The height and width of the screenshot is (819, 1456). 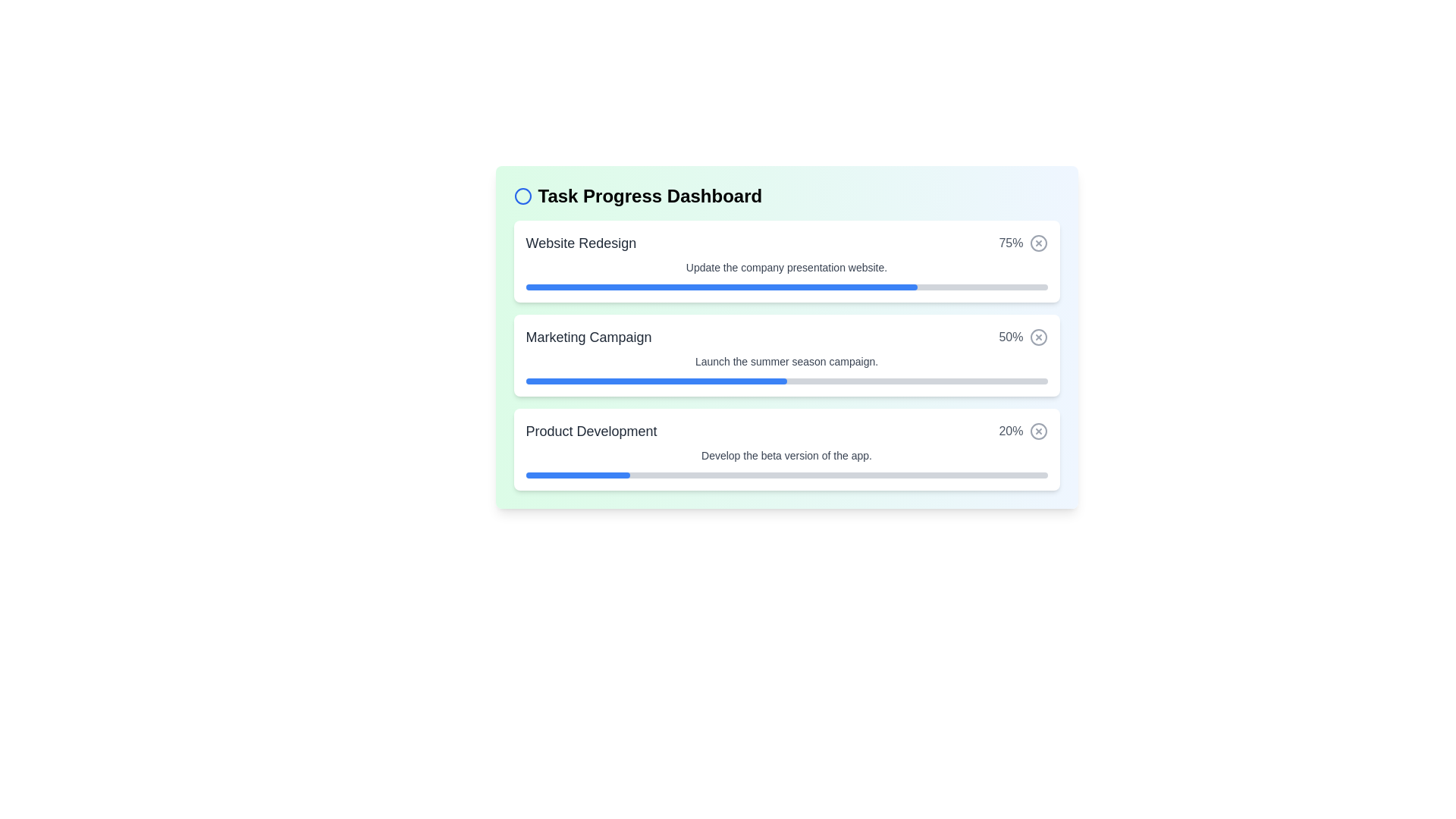 I want to click on percentage value displayed in the medium-dark gray text label showing '20%' located in the third task block of the dashboard, next to the close icon, so click(x=1011, y=431).